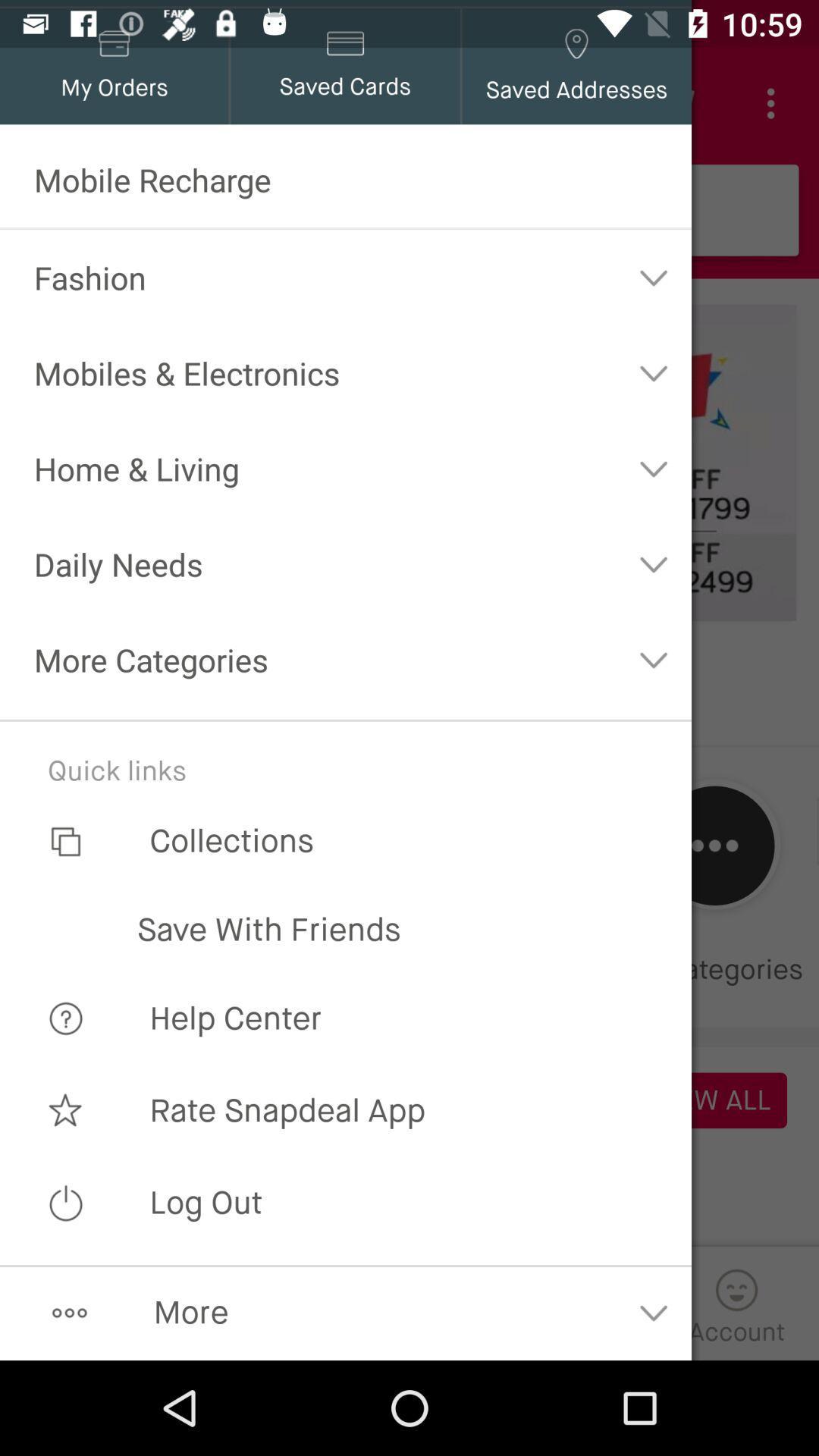  I want to click on the arrow beside daily needs, so click(653, 563).